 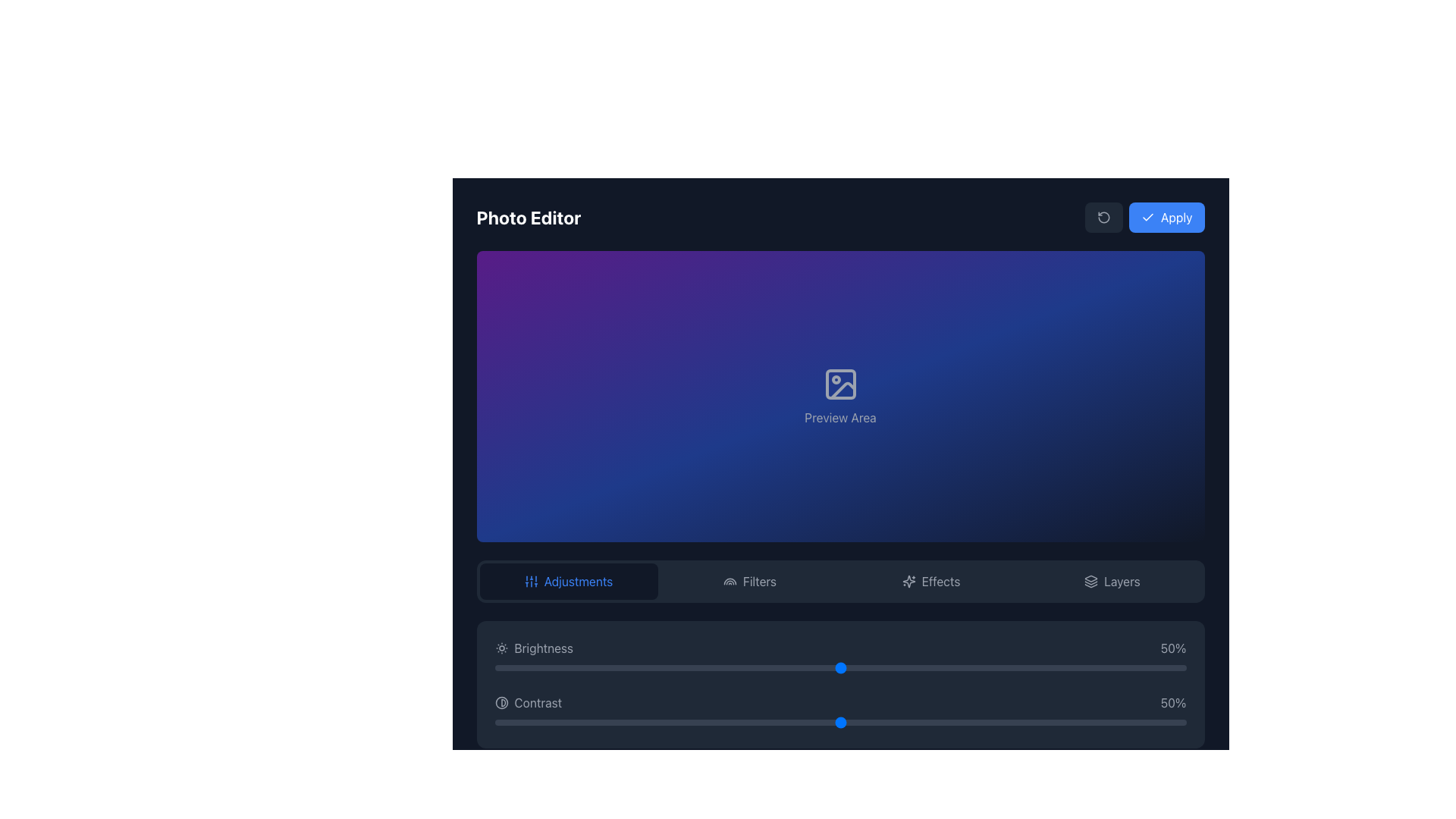 What do you see at coordinates (503, 702) in the screenshot?
I see `the small, circular segment within the larger contrast adjustment icon located in the 'Contrast' section beneath the 'Adjustments' tab` at bounding box center [503, 702].